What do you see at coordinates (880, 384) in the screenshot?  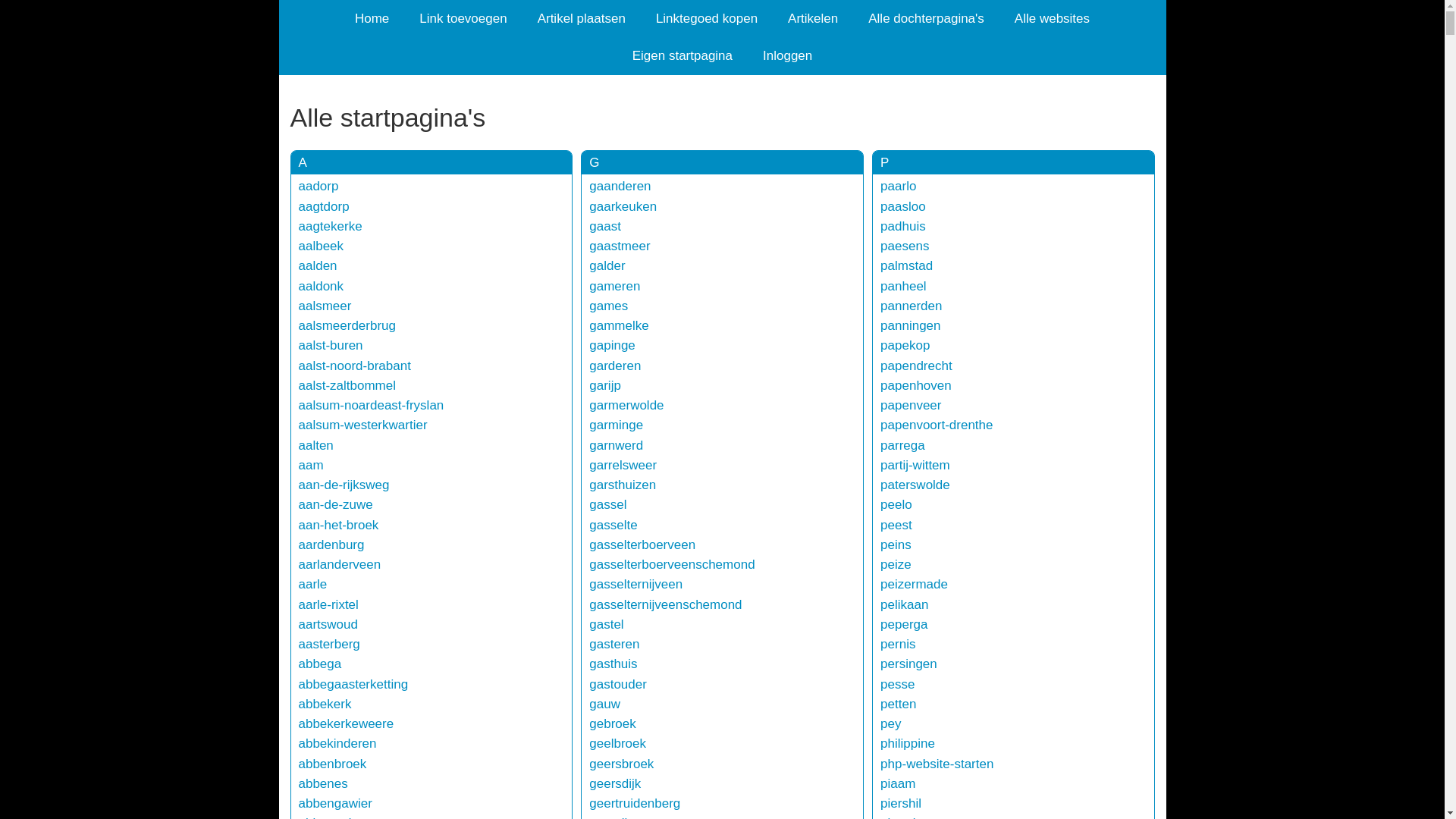 I see `'papenhoven'` at bounding box center [880, 384].